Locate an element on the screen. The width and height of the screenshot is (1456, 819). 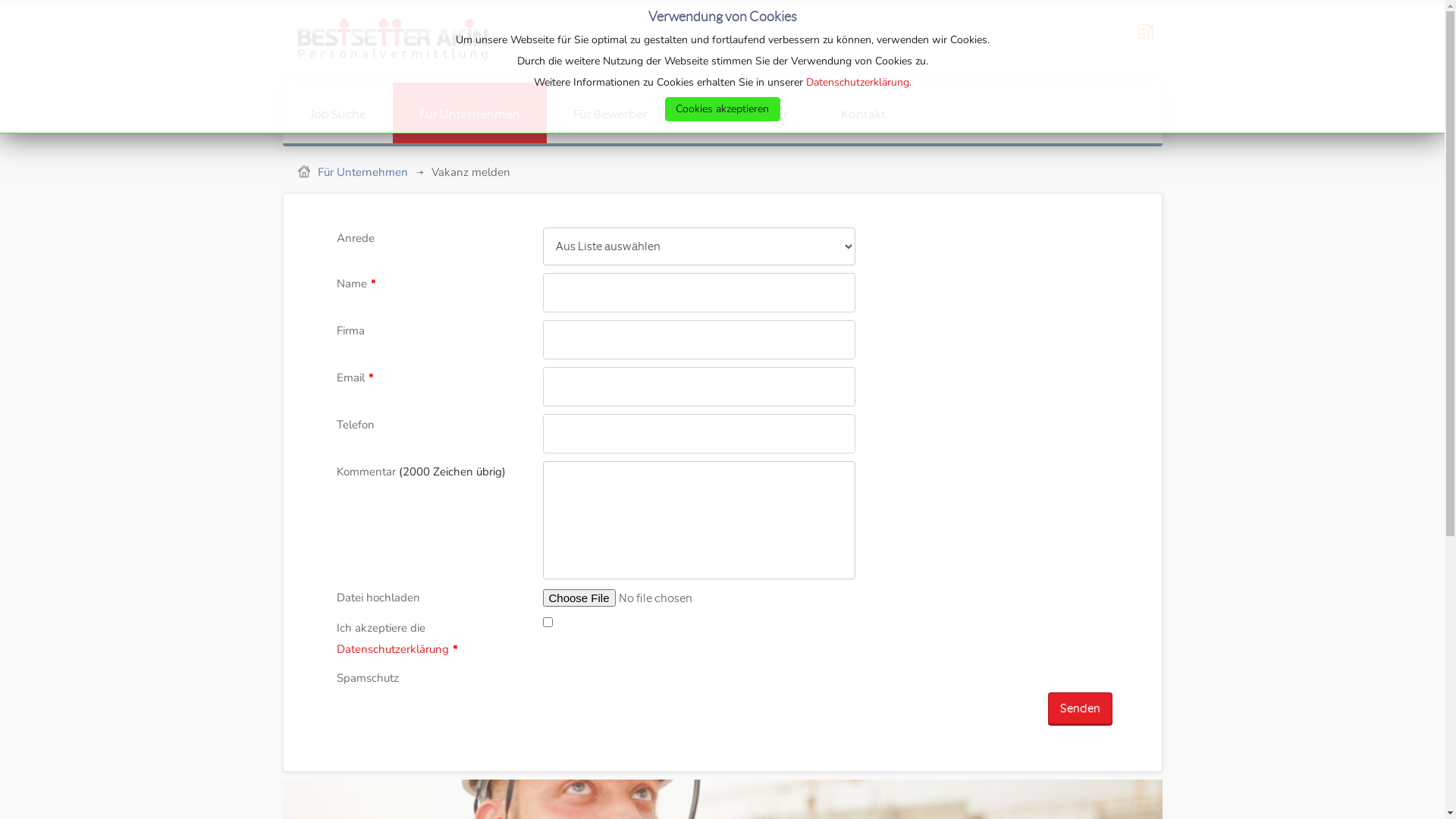
'Senden' is located at coordinates (1047, 708).